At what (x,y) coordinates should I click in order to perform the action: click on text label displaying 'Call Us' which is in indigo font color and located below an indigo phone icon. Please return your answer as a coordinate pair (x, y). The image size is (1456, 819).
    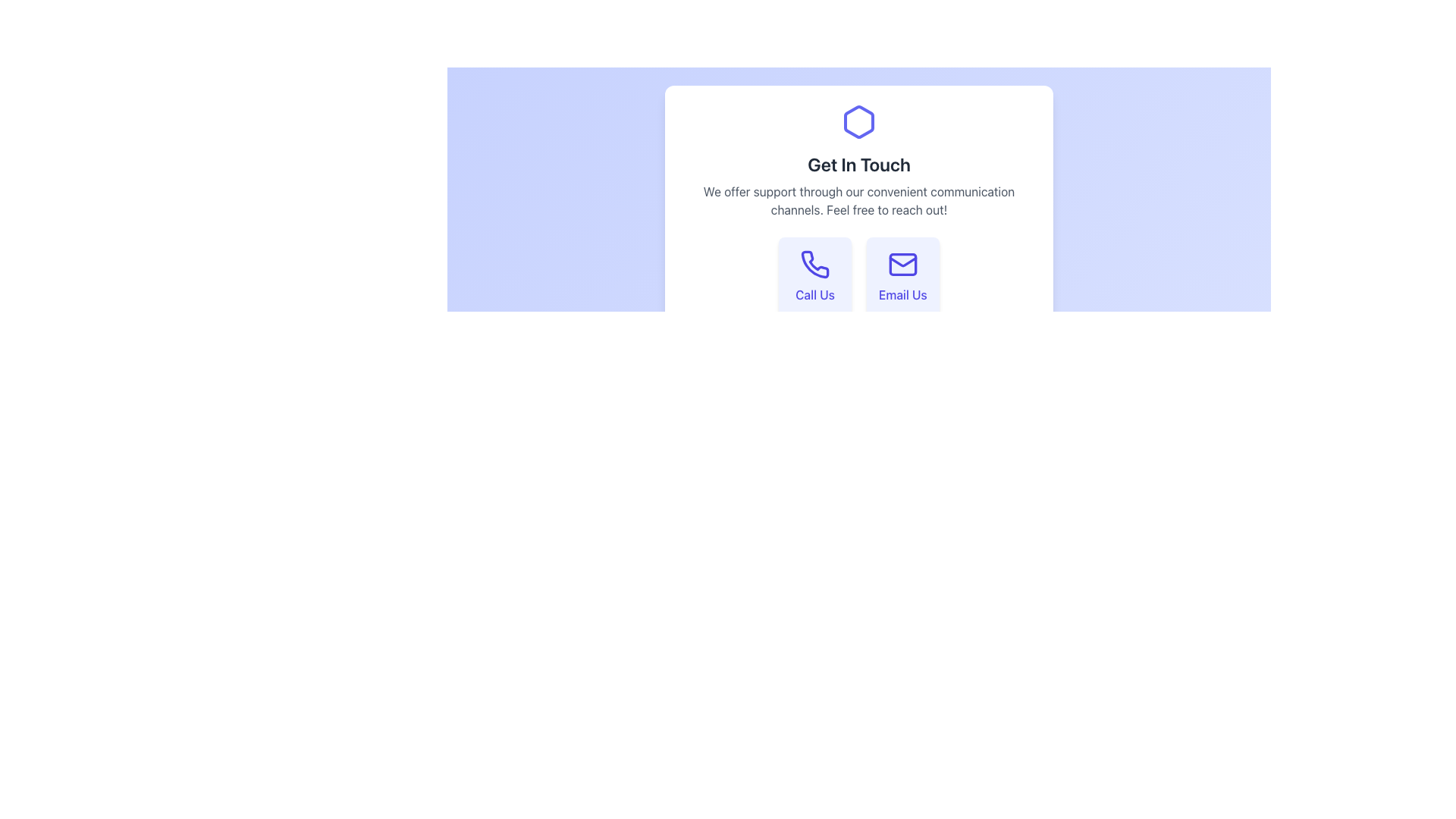
    Looking at the image, I should click on (814, 295).